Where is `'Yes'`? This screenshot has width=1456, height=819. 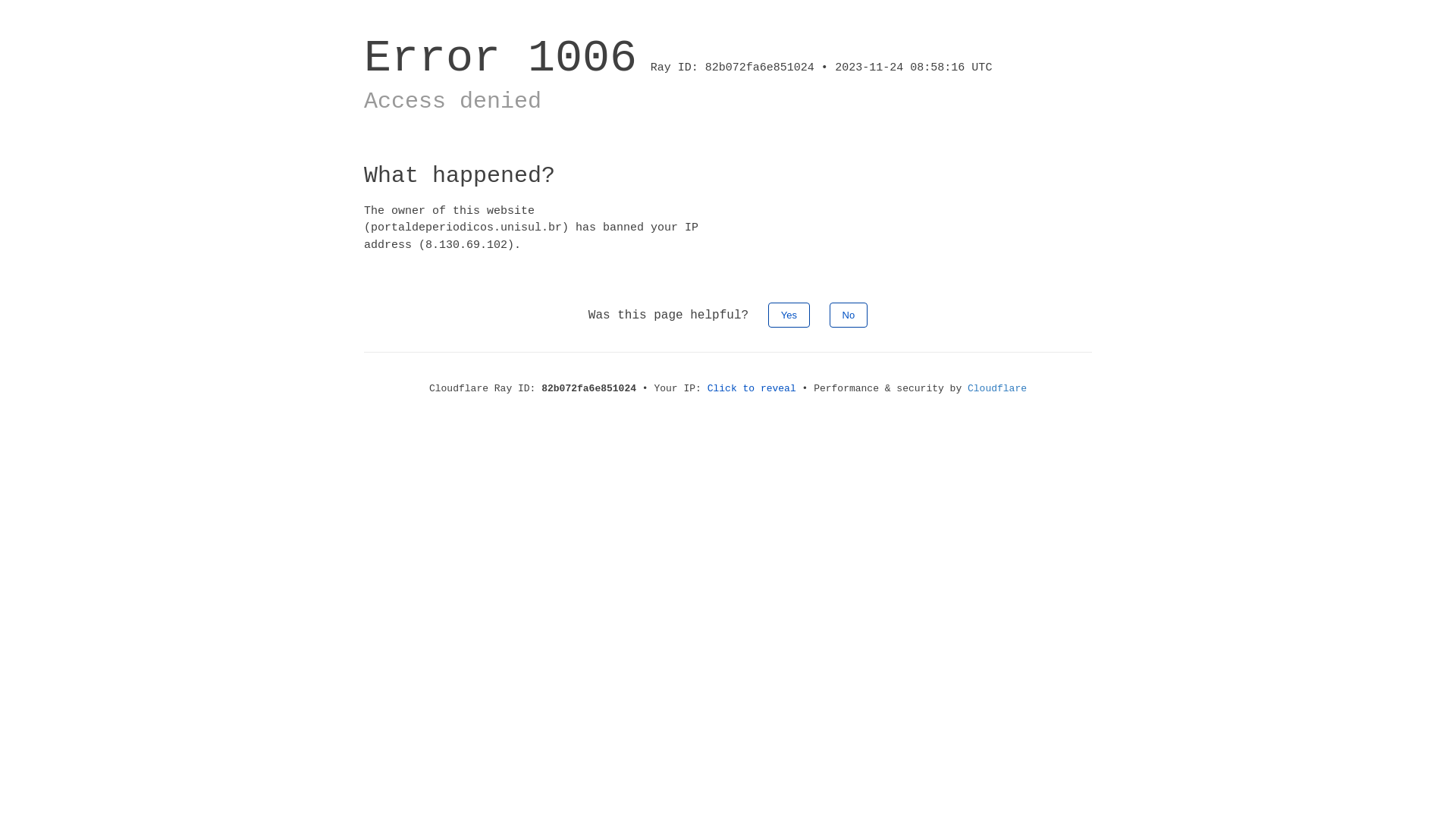 'Yes' is located at coordinates (789, 314).